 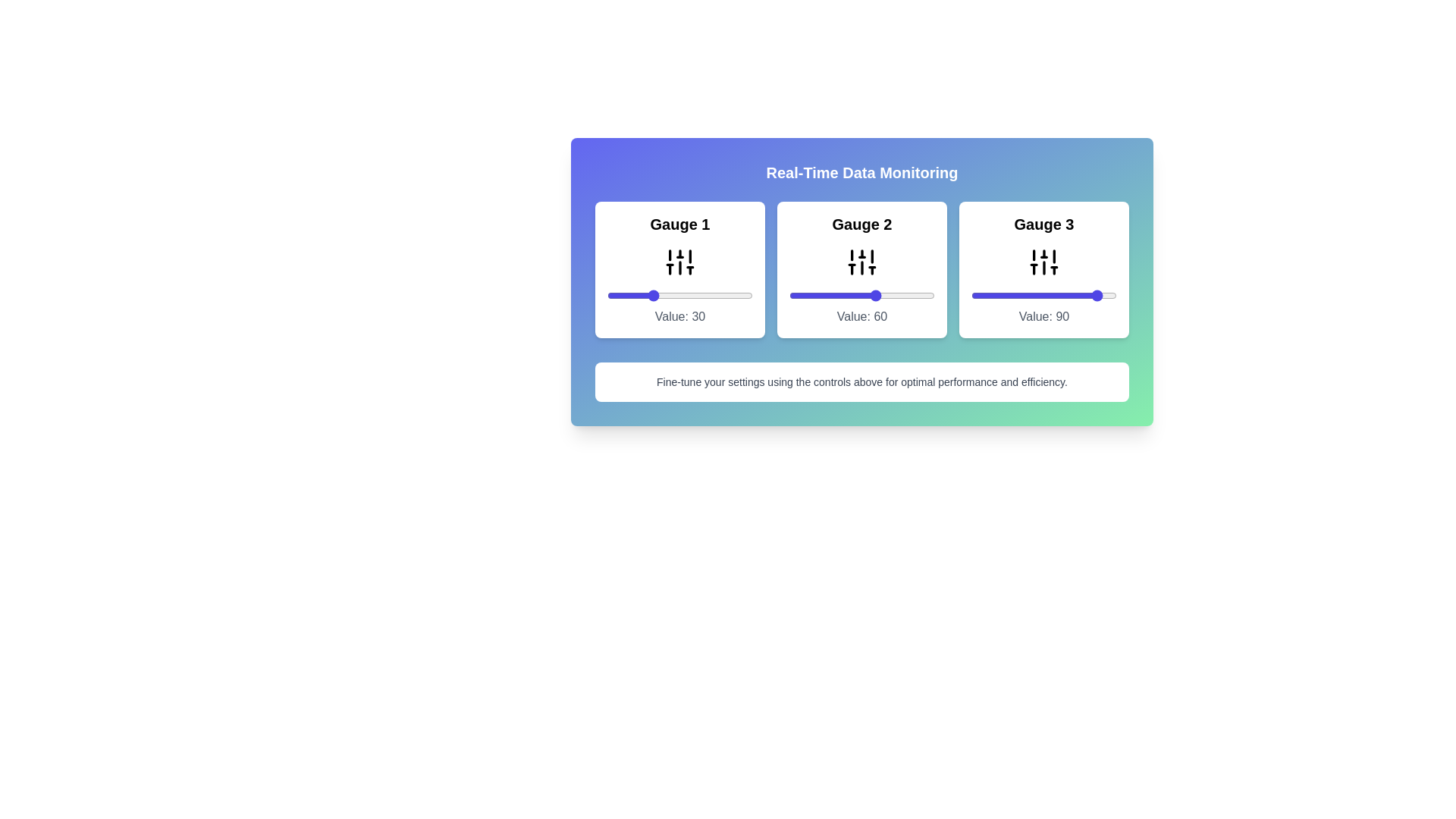 I want to click on the icon that represents the adjustable controls for 'Gauge 1', which is centrally located within the card labeled 'Gauge 1', above the horizontal range slider, so click(x=679, y=262).